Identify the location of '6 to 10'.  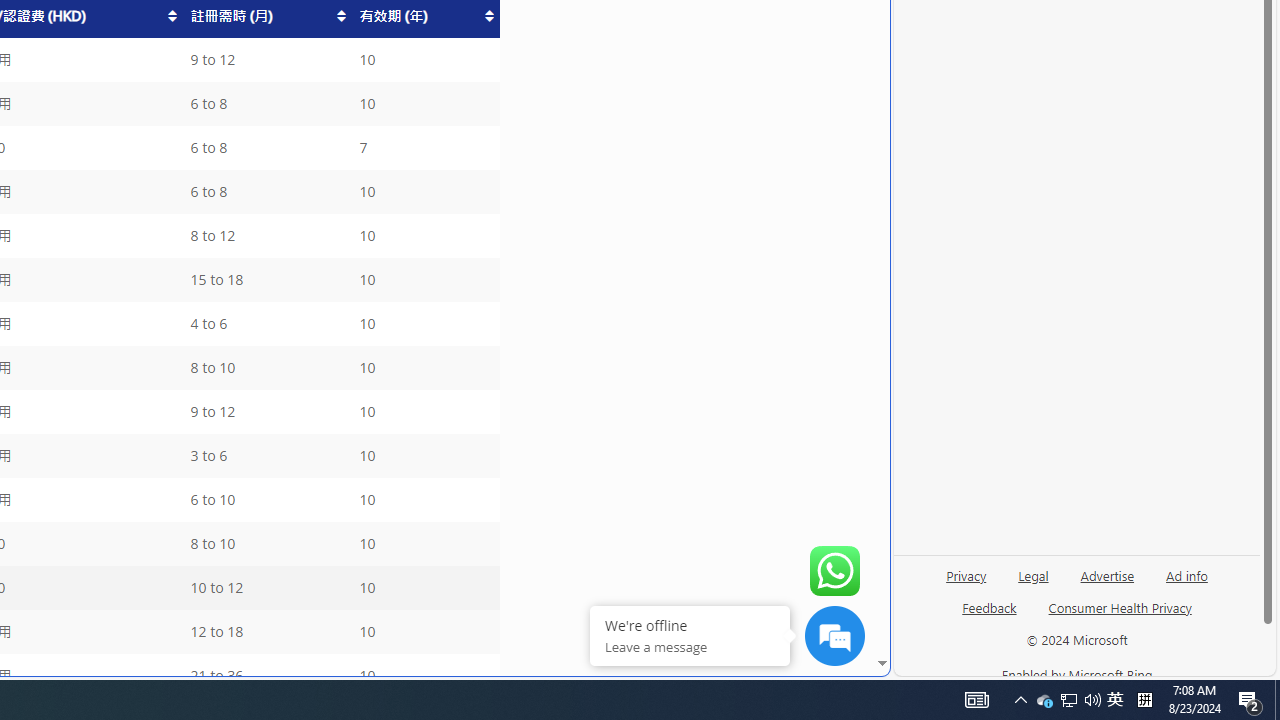
(265, 499).